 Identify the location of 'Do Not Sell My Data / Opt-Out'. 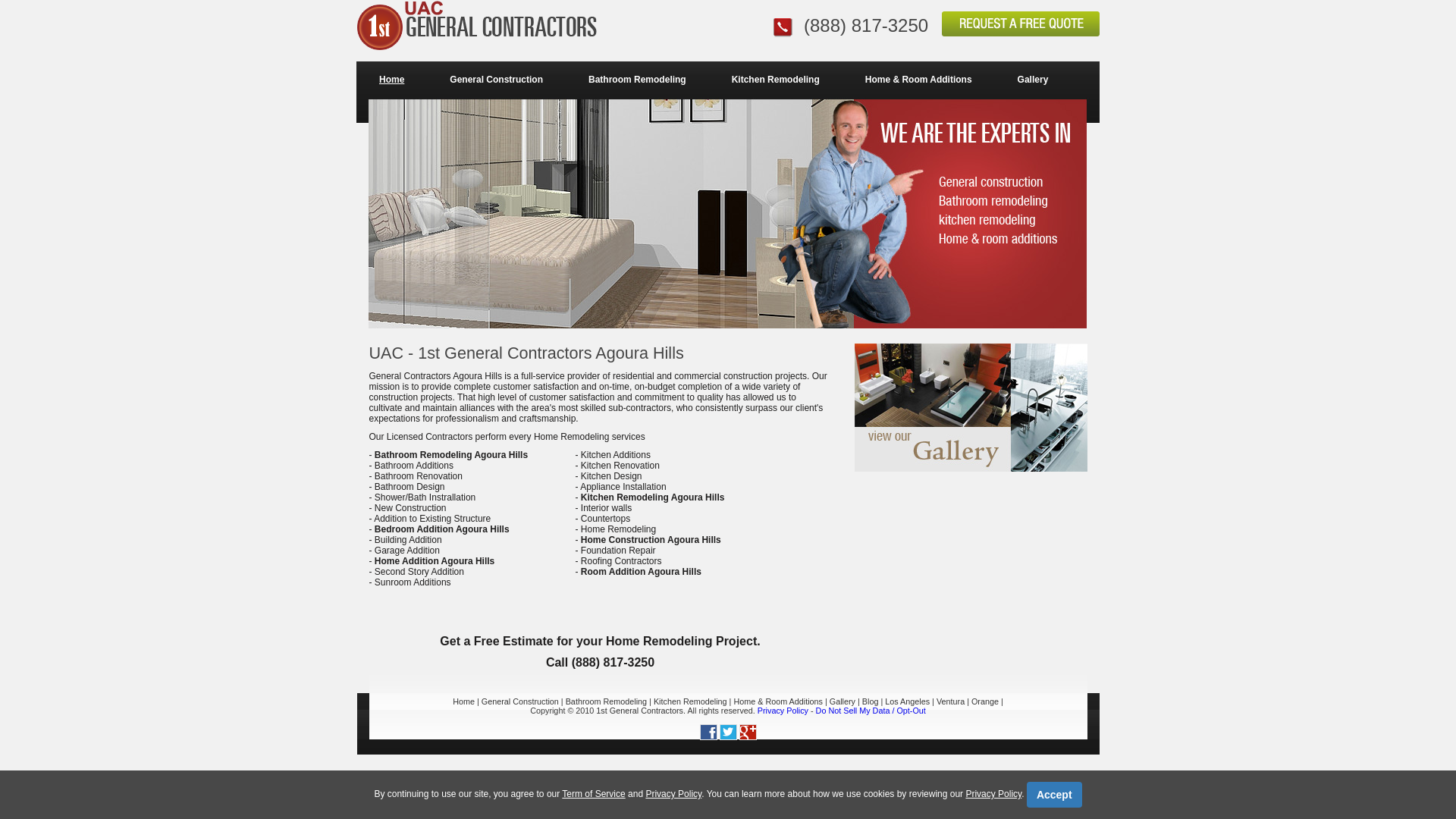
(871, 711).